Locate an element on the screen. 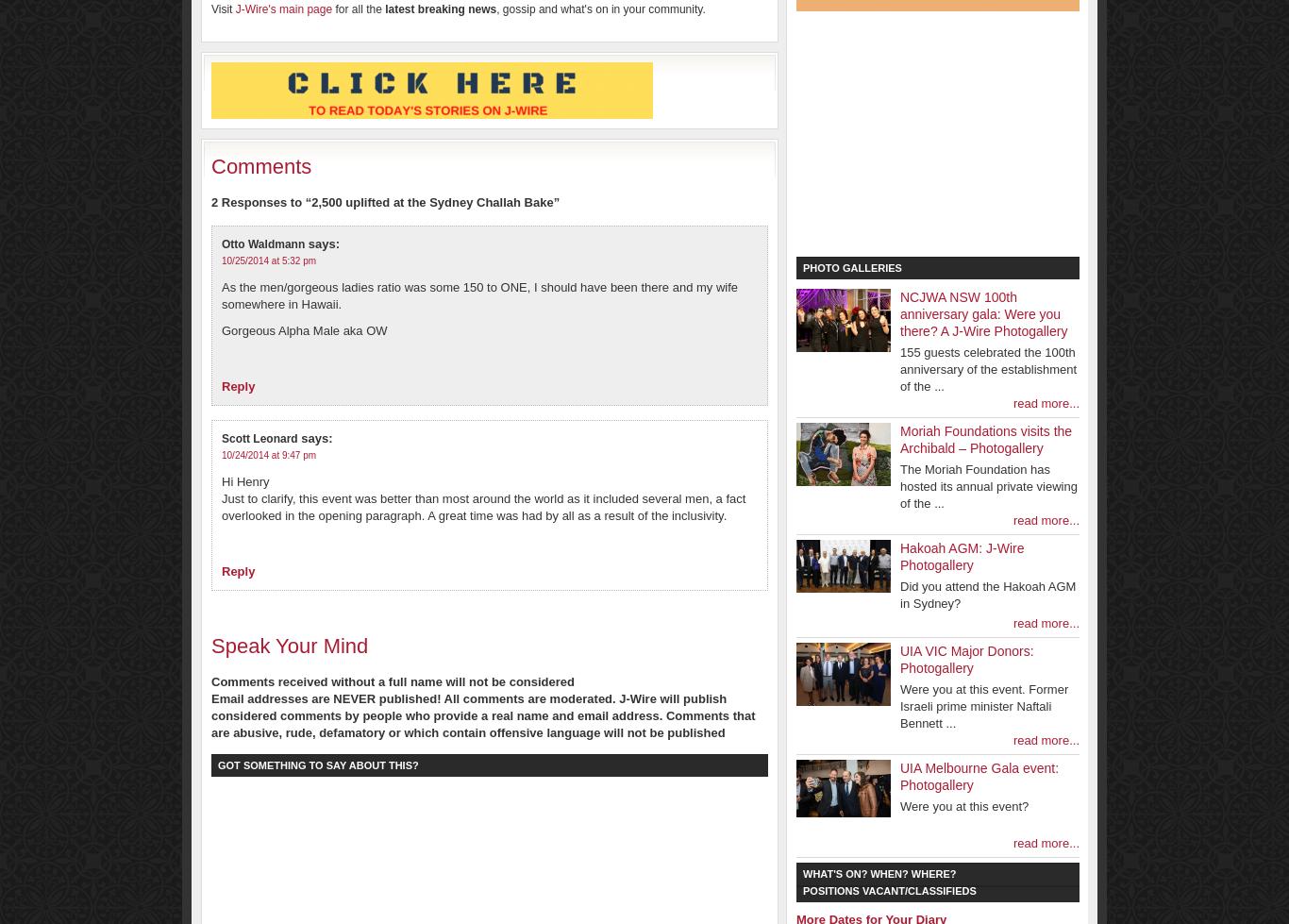  'Comments' is located at coordinates (261, 165).